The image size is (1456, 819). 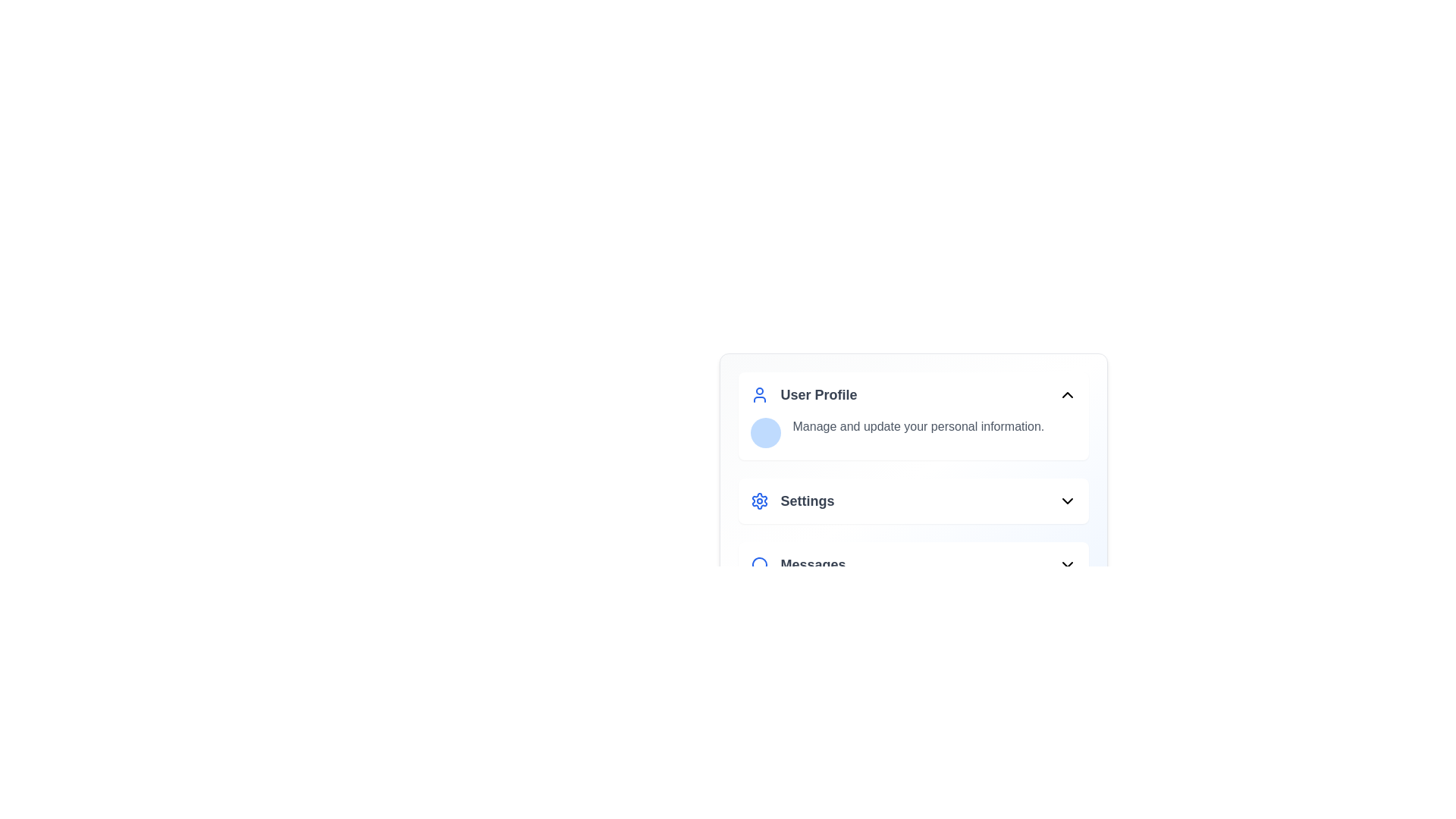 What do you see at coordinates (1066, 394) in the screenshot?
I see `the toggle icon located at the rightmost part of the 'User Profile' section` at bounding box center [1066, 394].